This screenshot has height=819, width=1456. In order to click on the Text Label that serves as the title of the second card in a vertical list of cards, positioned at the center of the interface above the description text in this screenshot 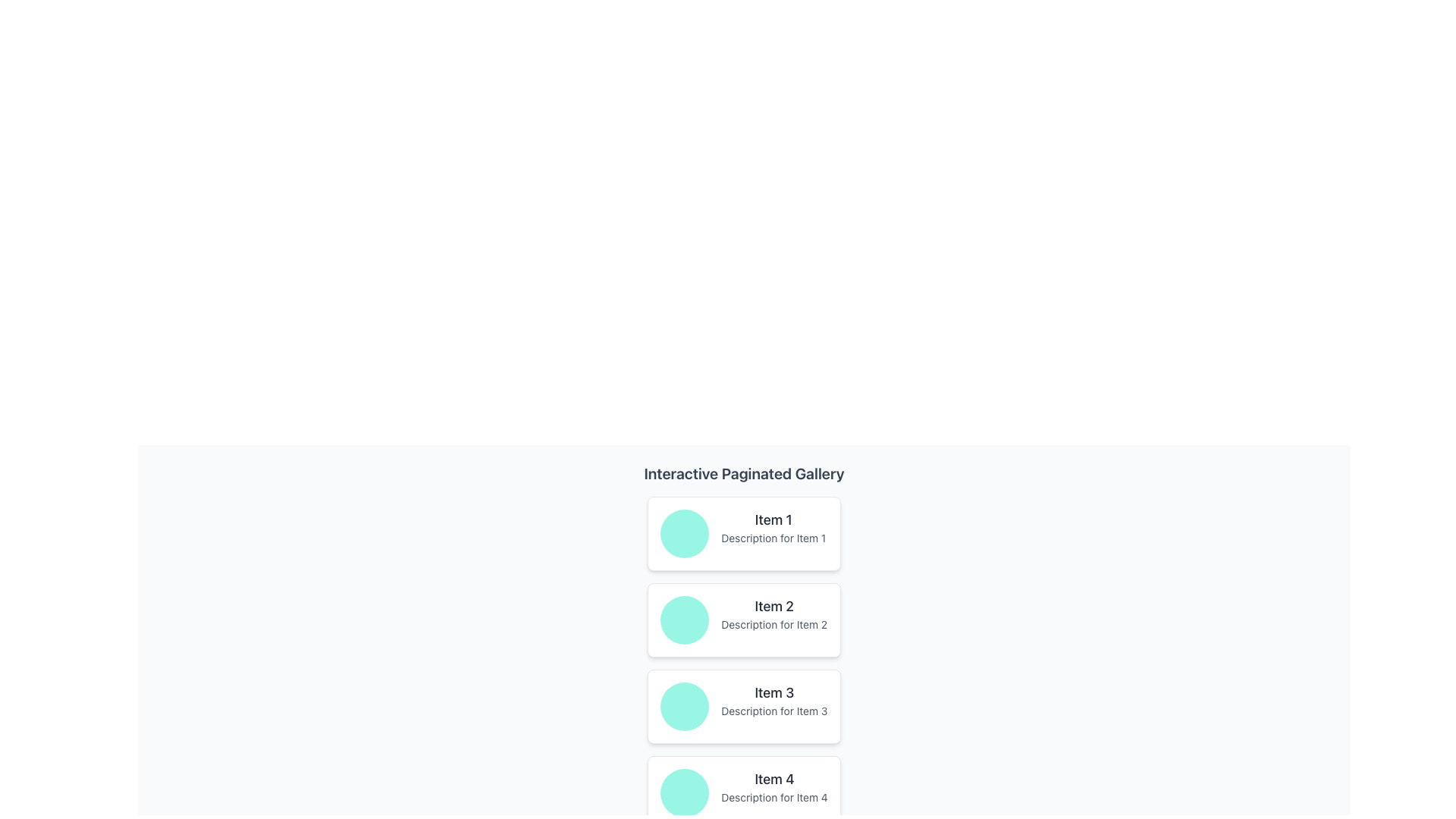, I will do `click(774, 605)`.